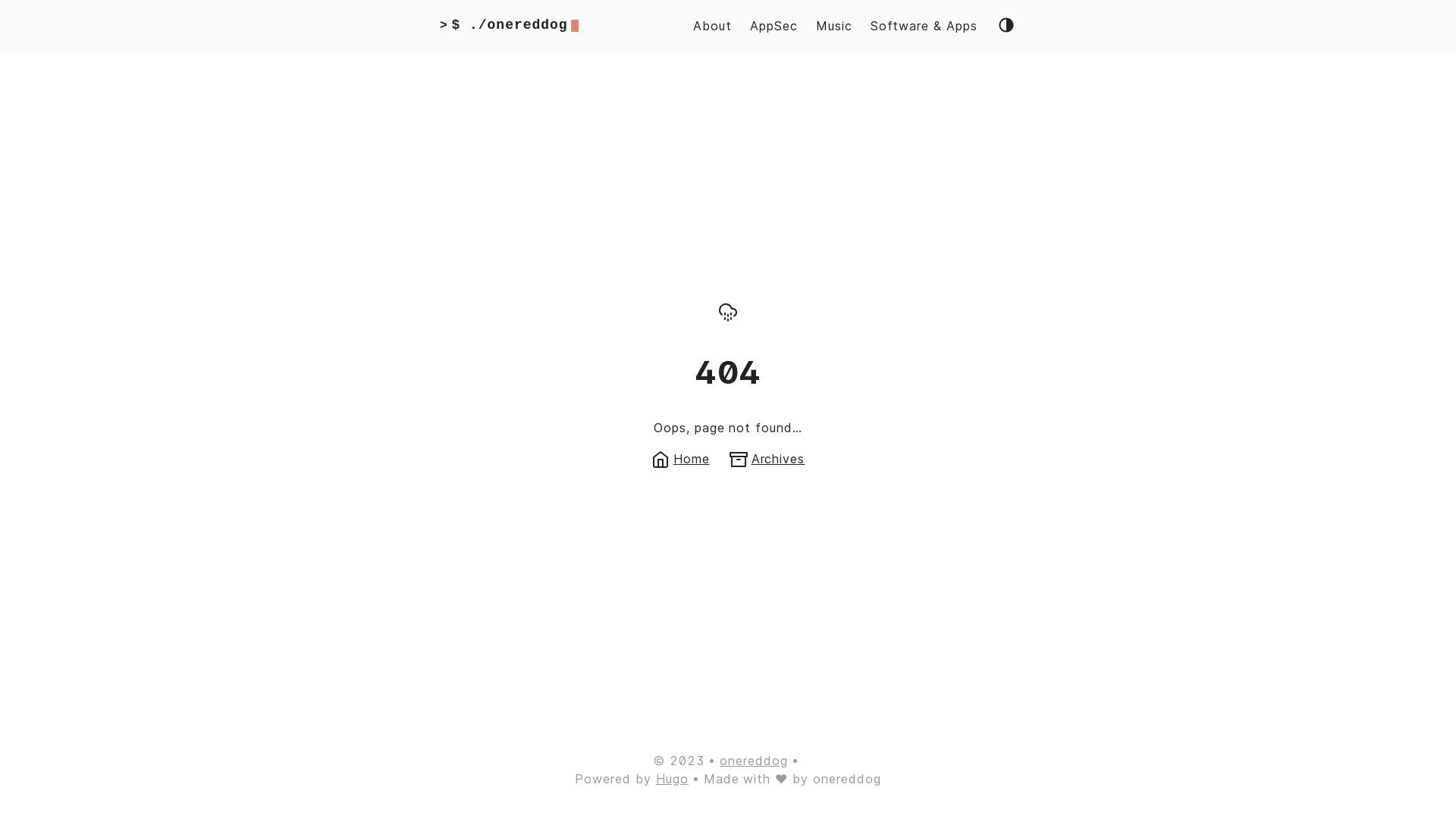  I want to click on 'Hugo', so click(671, 778).